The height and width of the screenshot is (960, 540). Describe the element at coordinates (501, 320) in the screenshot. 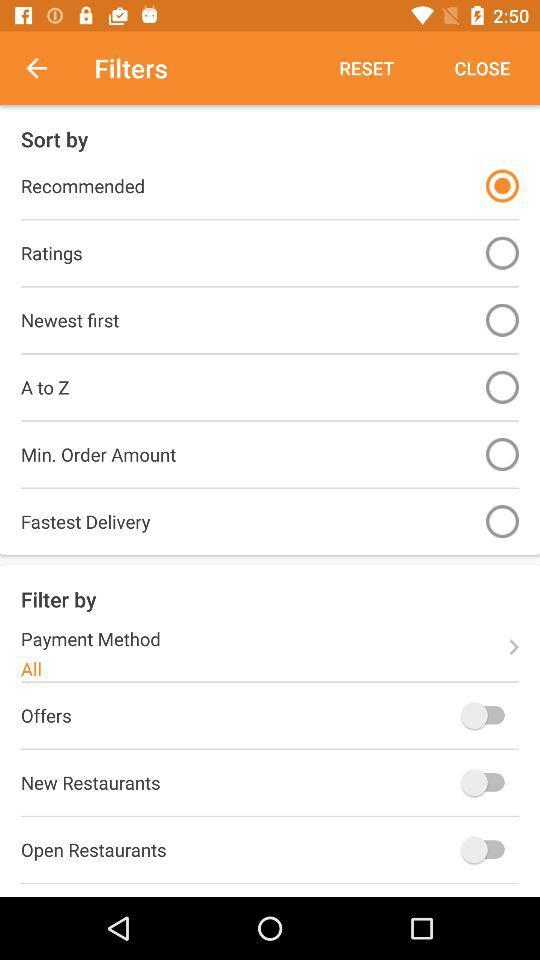

I see `newest first on` at that location.